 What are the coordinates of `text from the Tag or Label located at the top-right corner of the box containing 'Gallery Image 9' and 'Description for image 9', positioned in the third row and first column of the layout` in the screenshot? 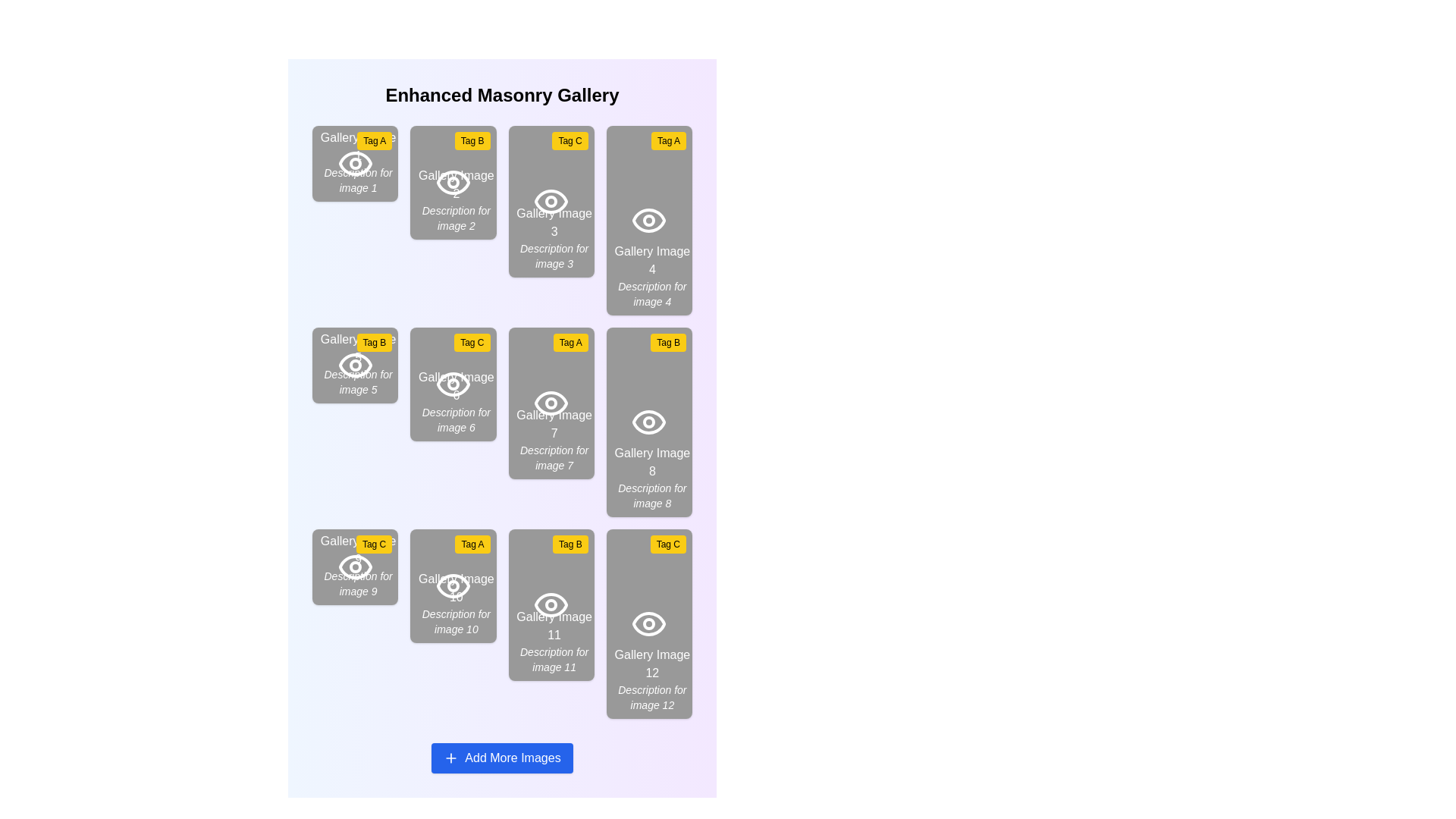 It's located at (374, 543).